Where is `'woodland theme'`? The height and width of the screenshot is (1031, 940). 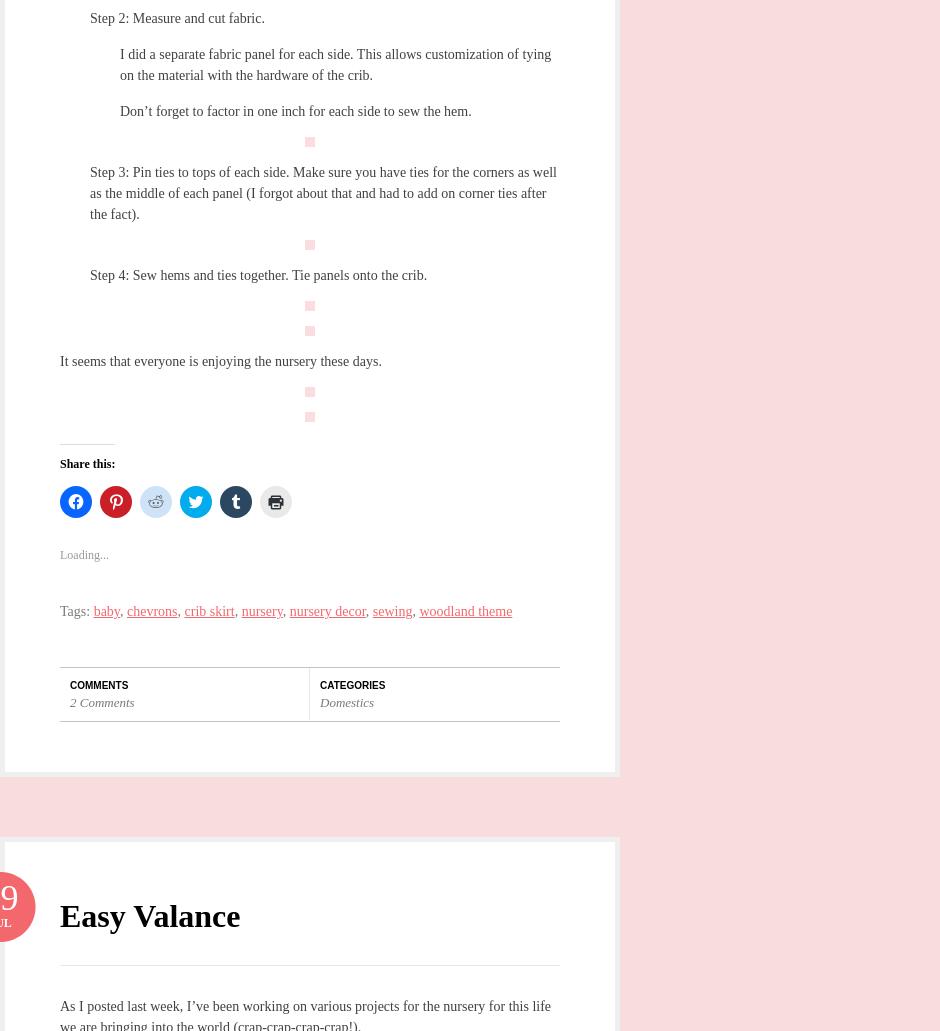 'woodland theme' is located at coordinates (464, 610).